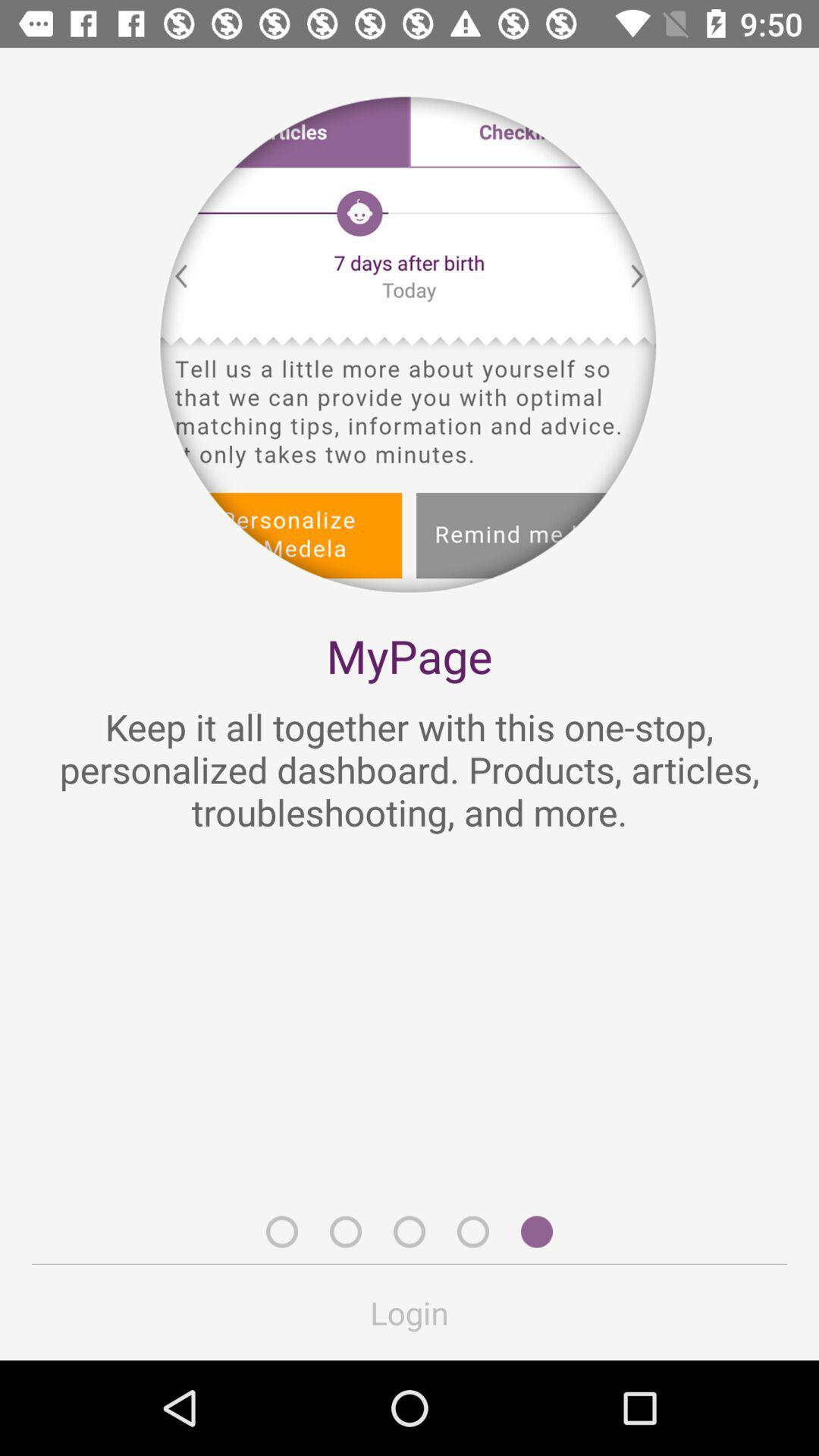  What do you see at coordinates (409, 1312) in the screenshot?
I see `the login` at bounding box center [409, 1312].